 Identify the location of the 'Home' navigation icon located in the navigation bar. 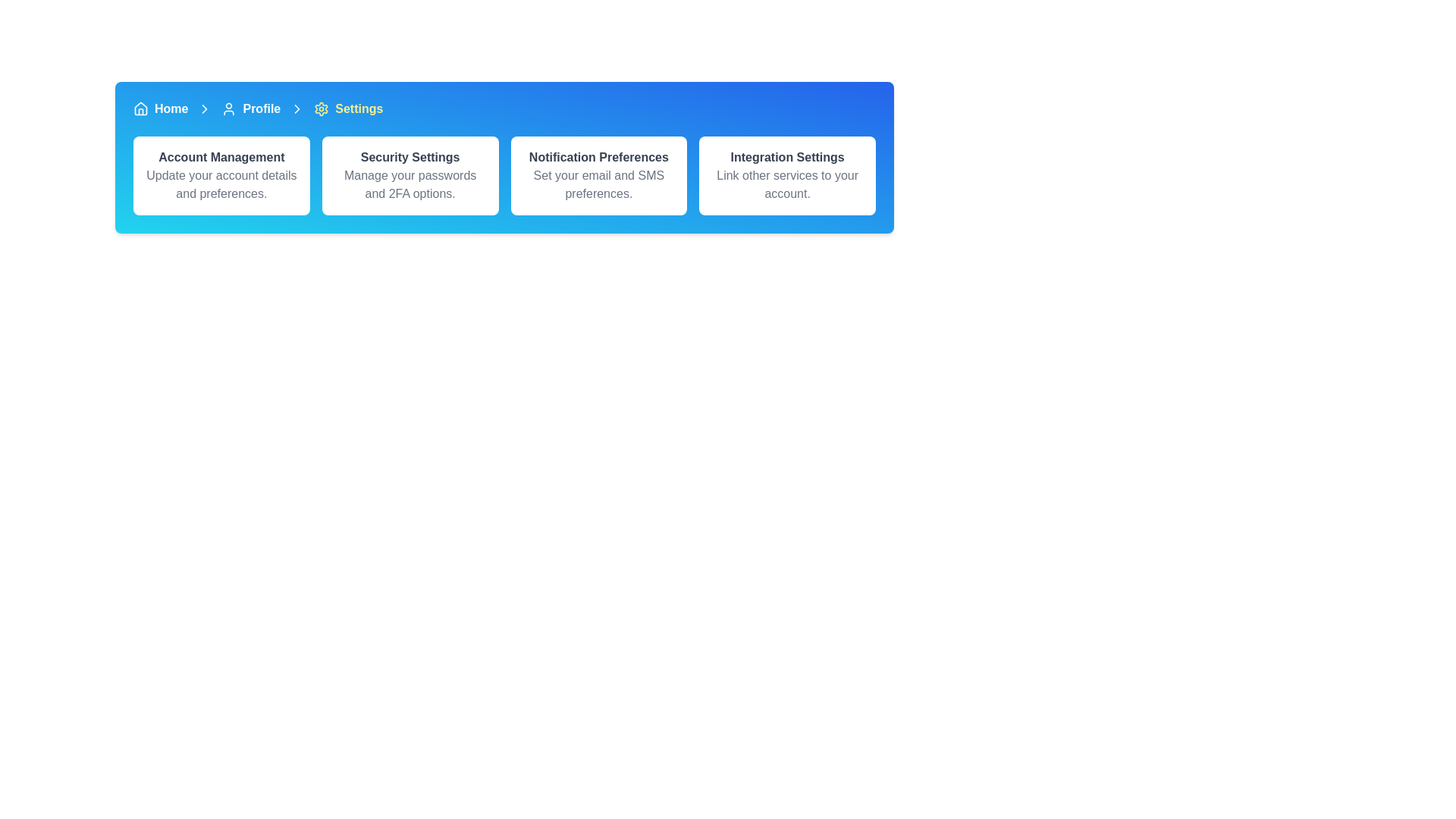
(141, 107).